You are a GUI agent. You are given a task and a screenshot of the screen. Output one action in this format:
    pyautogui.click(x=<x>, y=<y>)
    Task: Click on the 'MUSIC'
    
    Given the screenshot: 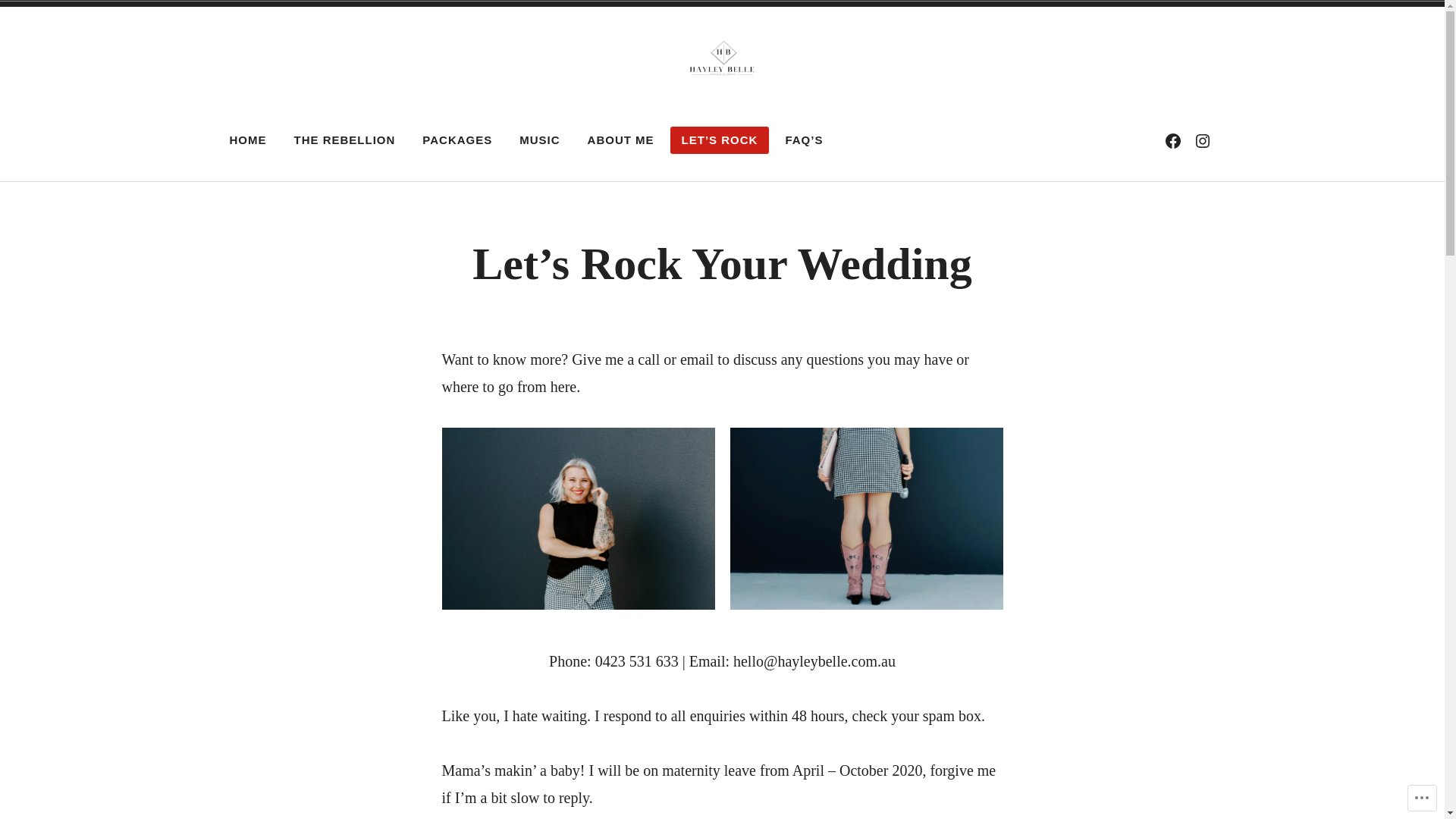 What is the action you would take?
    pyautogui.click(x=539, y=140)
    